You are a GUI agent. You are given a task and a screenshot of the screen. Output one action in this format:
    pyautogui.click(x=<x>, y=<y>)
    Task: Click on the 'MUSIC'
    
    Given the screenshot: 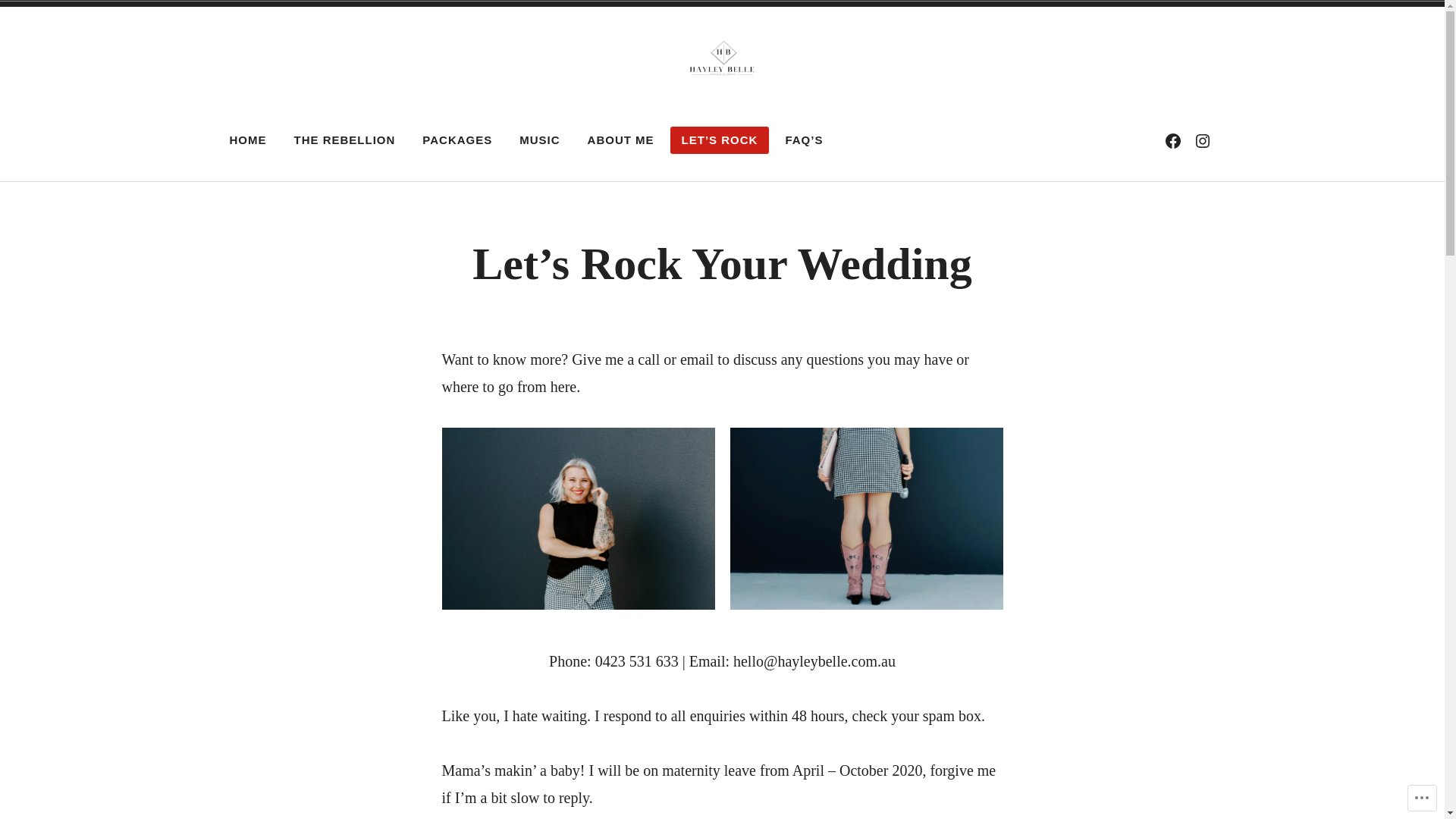 What is the action you would take?
    pyautogui.click(x=539, y=140)
    